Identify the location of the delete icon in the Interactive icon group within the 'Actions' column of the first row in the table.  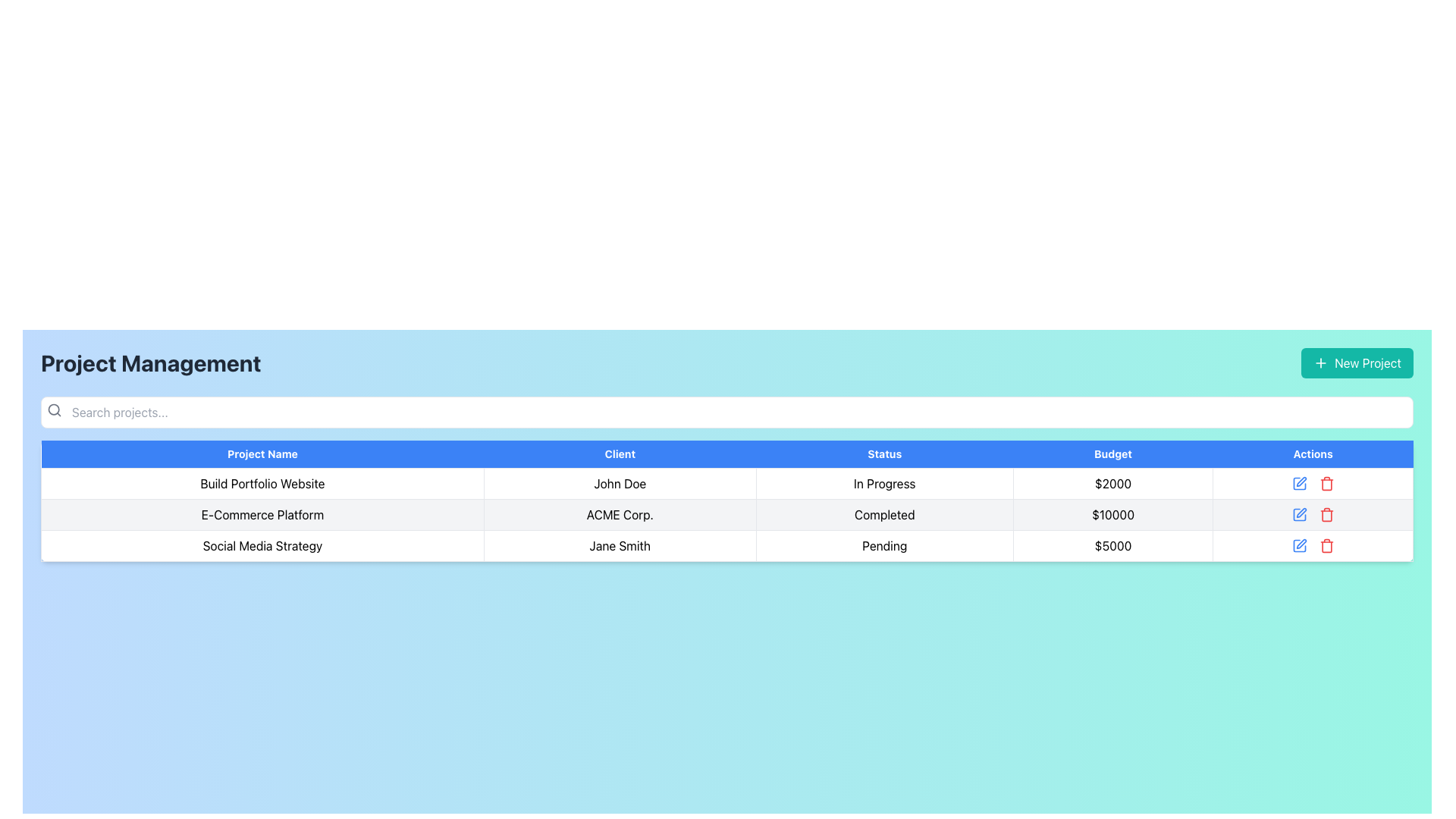
(1312, 483).